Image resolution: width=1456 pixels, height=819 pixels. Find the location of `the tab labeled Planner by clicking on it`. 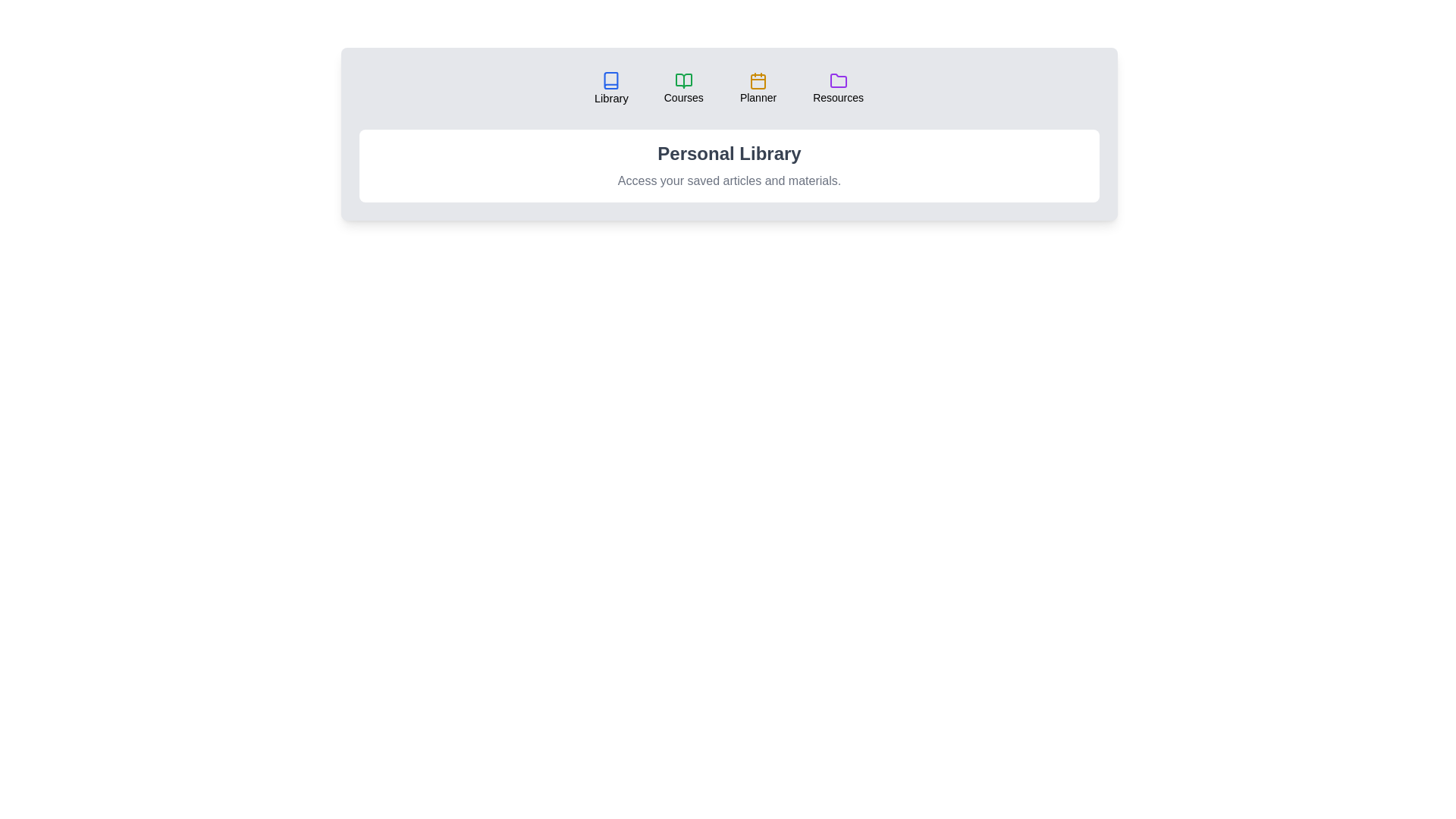

the tab labeled Planner by clicking on it is located at coordinates (758, 88).